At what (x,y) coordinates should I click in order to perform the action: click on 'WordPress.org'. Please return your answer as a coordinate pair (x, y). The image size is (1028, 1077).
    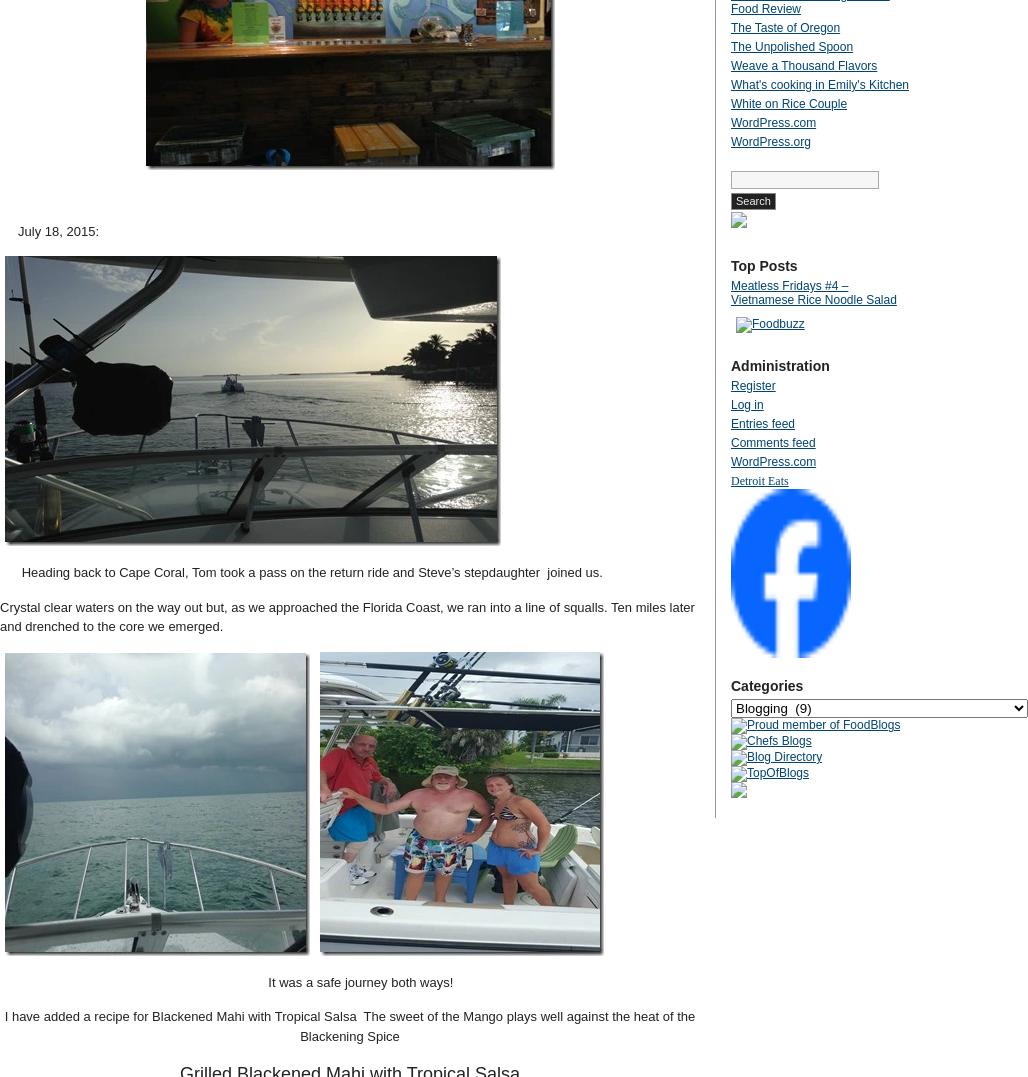
    Looking at the image, I should click on (769, 141).